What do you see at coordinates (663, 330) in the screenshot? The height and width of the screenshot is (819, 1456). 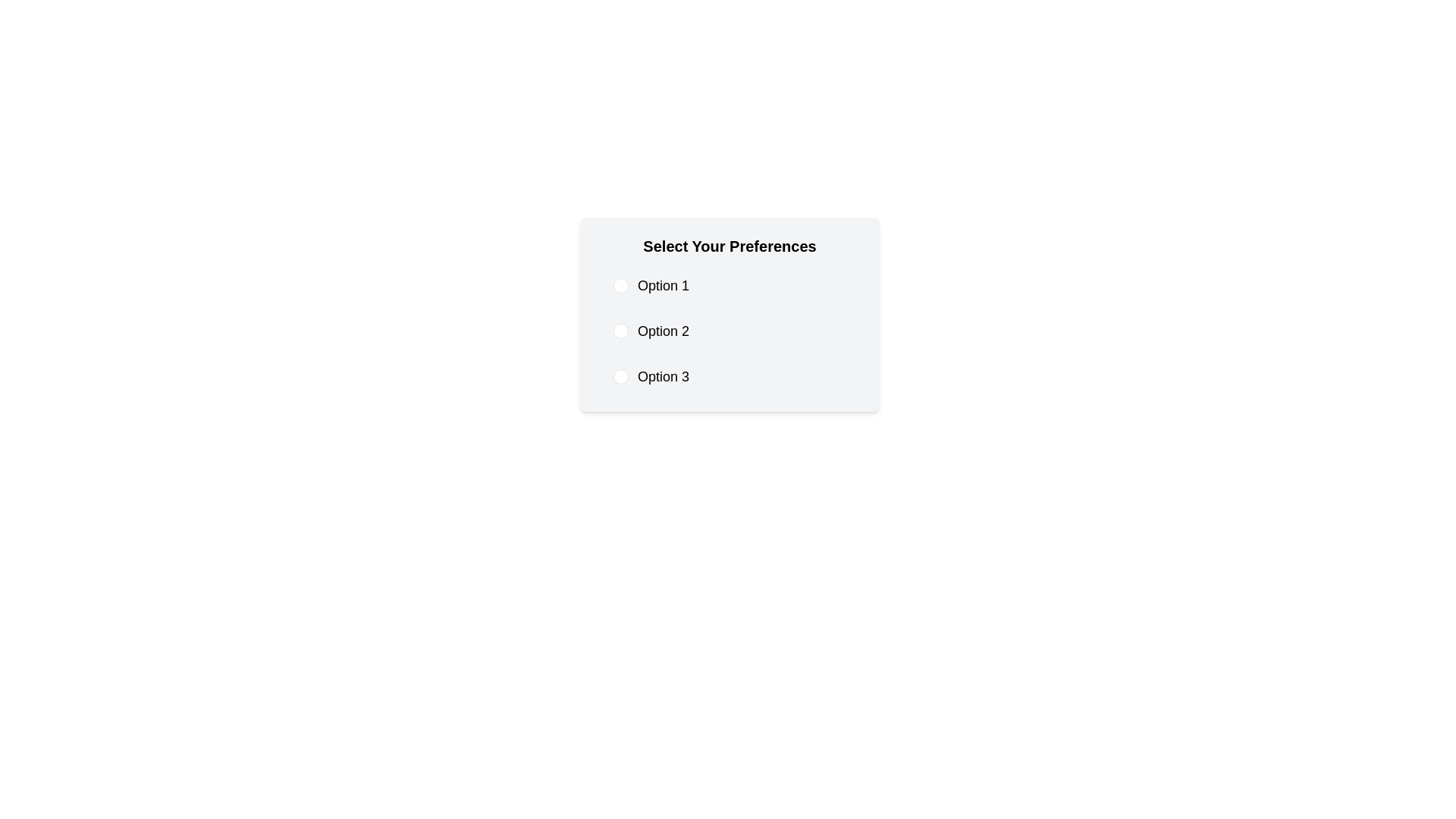 I see `text of the label for the second selectable option in a list of choices, positioned between 'Option 1' and 'Option 3' within a centered card component` at bounding box center [663, 330].